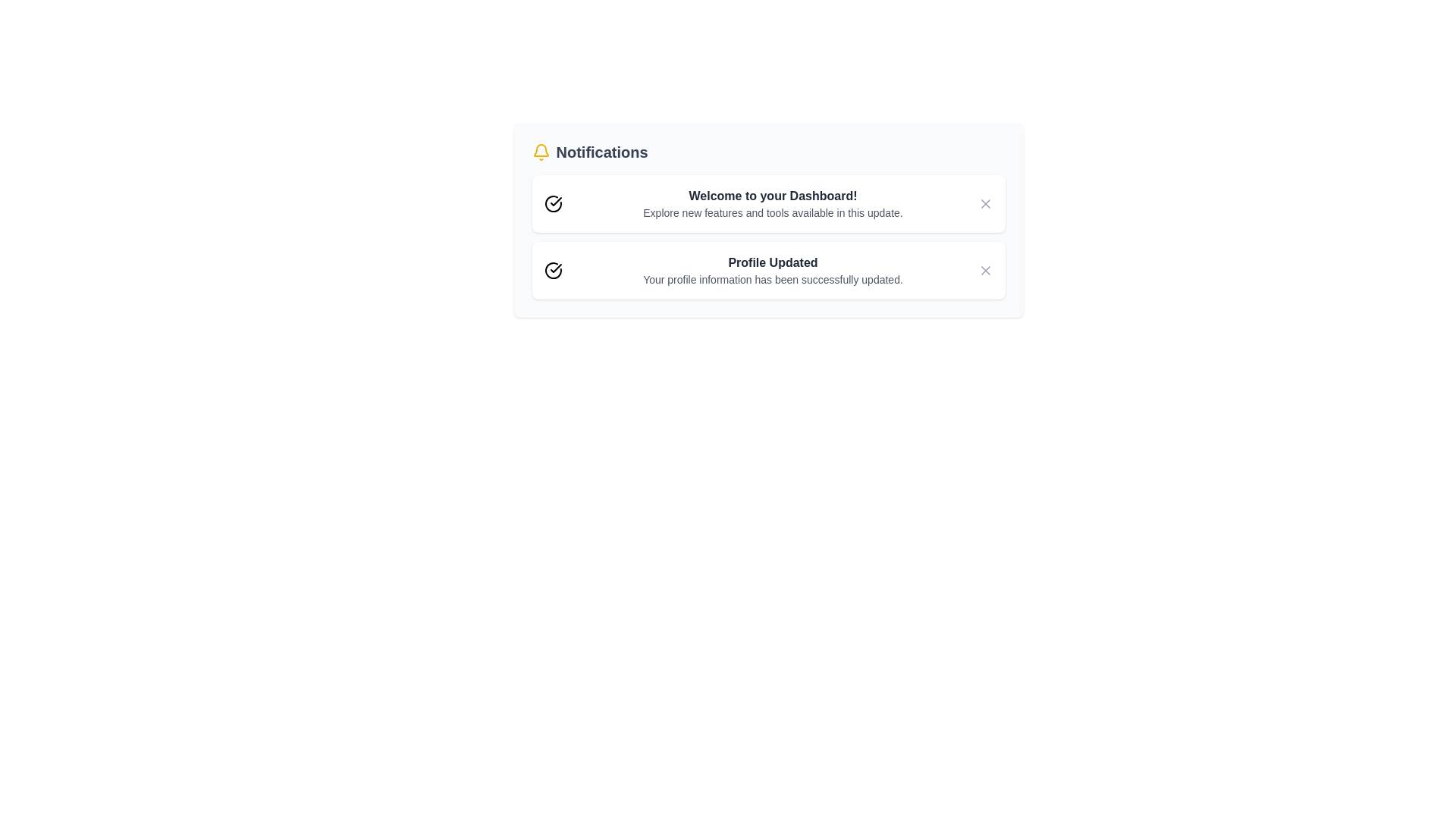 The height and width of the screenshot is (819, 1456). I want to click on the notification icon to toggle the notification panel, so click(541, 152).